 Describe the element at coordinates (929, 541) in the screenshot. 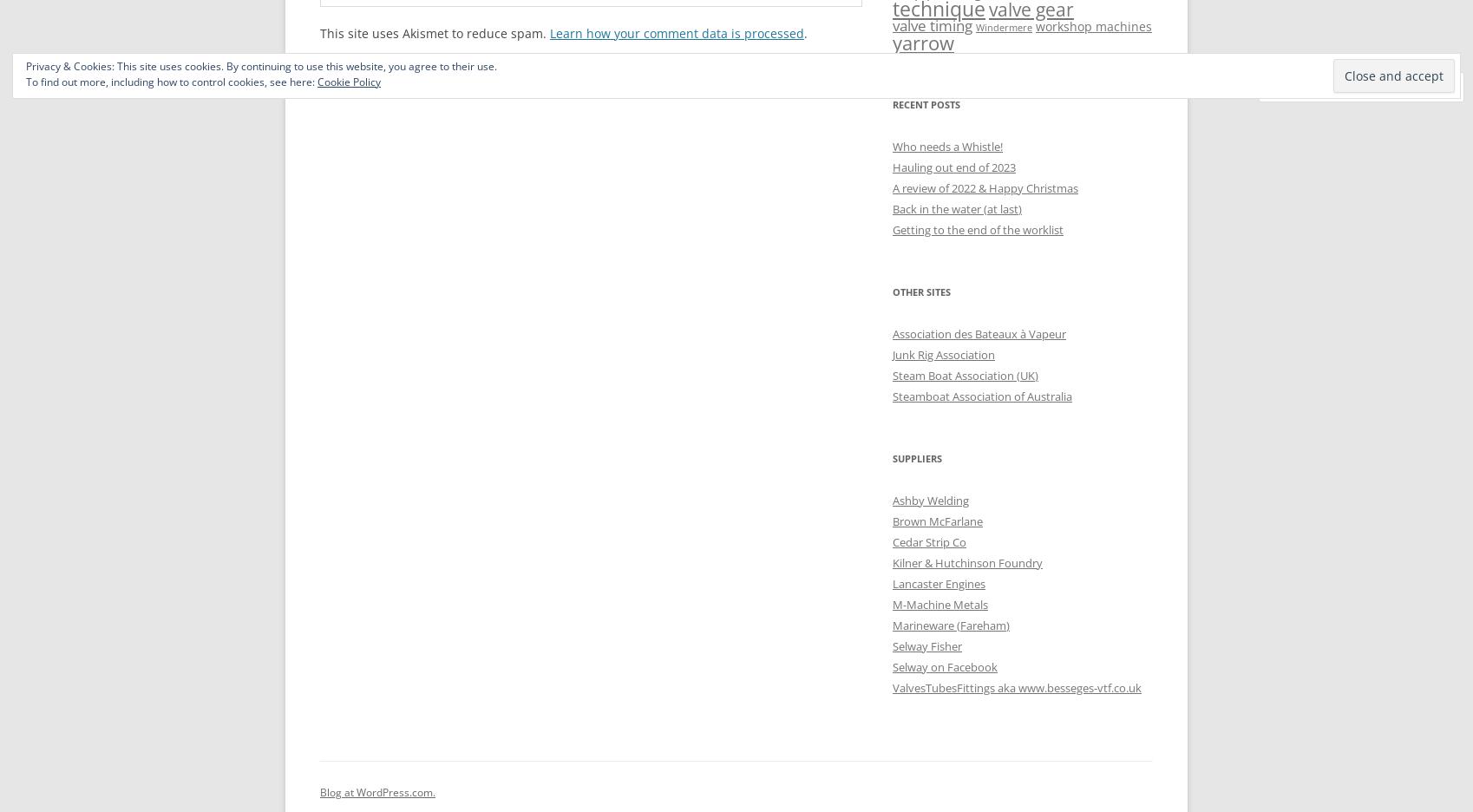

I see `'Cedar Strip Co'` at that location.